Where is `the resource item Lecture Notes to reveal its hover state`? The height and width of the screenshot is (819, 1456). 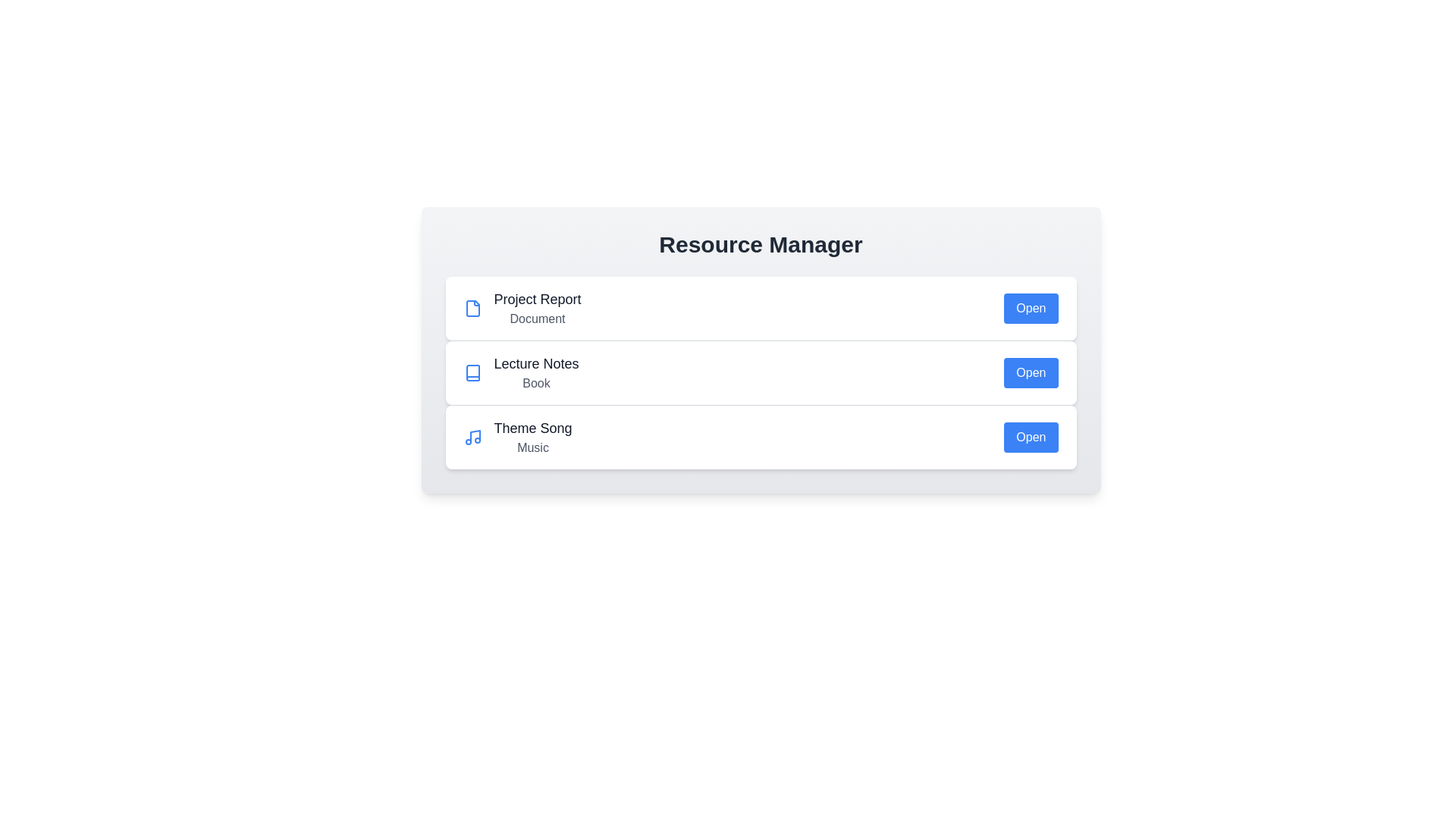 the resource item Lecture Notes to reveal its hover state is located at coordinates (761, 372).